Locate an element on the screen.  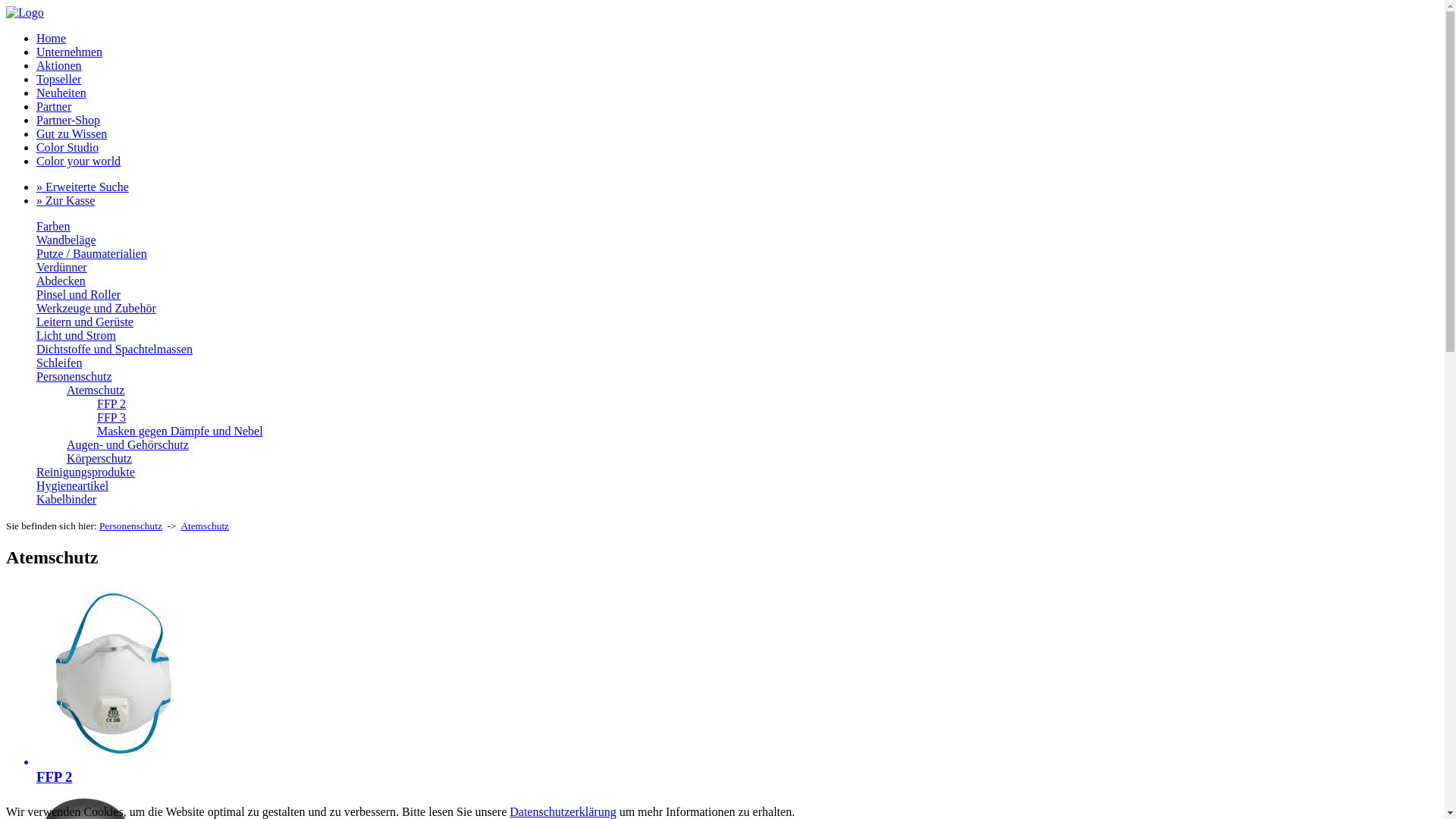
'Color Studio' is located at coordinates (67, 147).